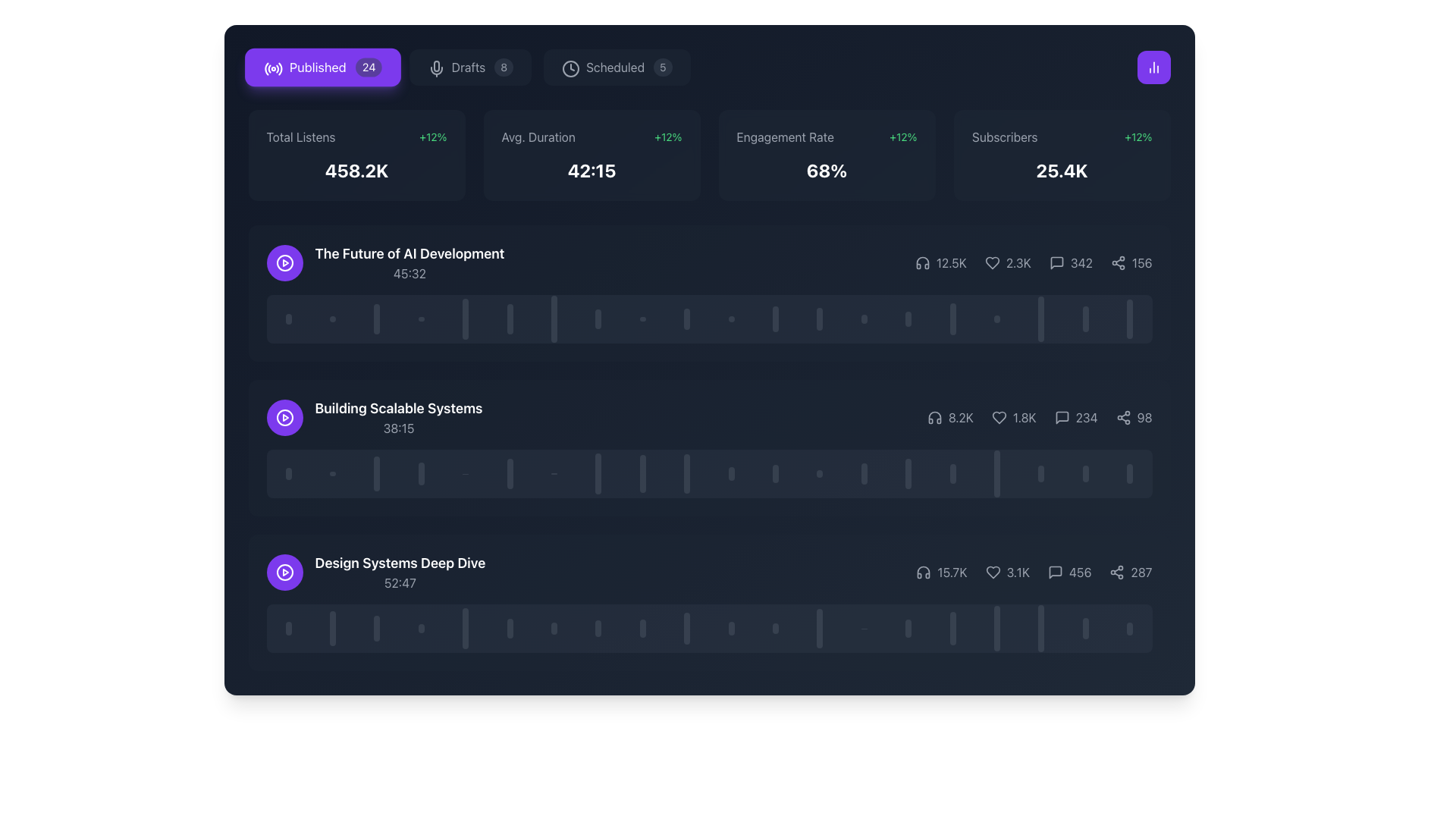  I want to click on the play button located inside the rounded violet button to initiate playback for 'The Future of AI Development', so click(284, 262).